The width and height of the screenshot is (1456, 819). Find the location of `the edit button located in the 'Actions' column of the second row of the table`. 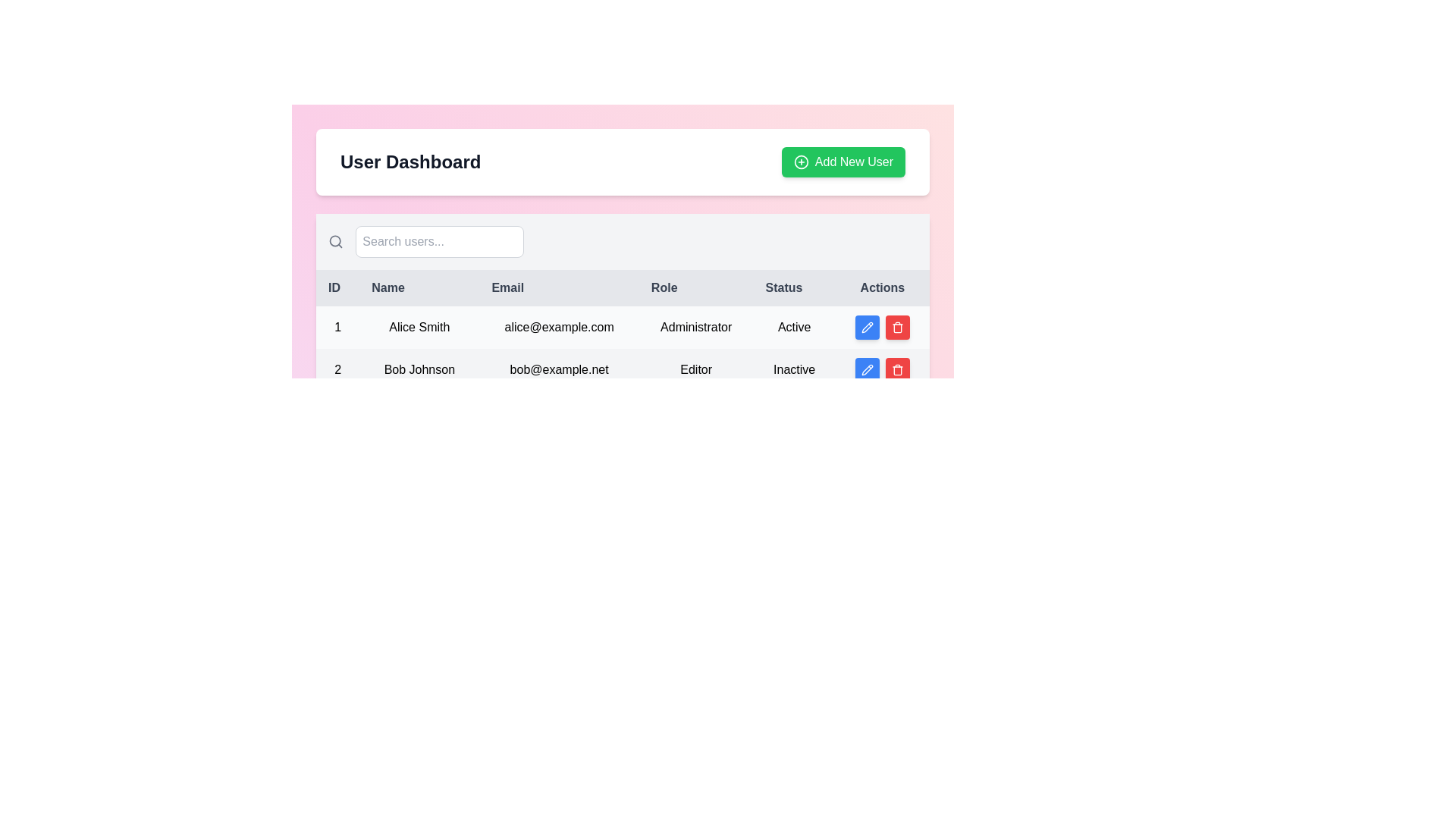

the edit button located in the 'Actions' column of the second row of the table is located at coordinates (867, 370).